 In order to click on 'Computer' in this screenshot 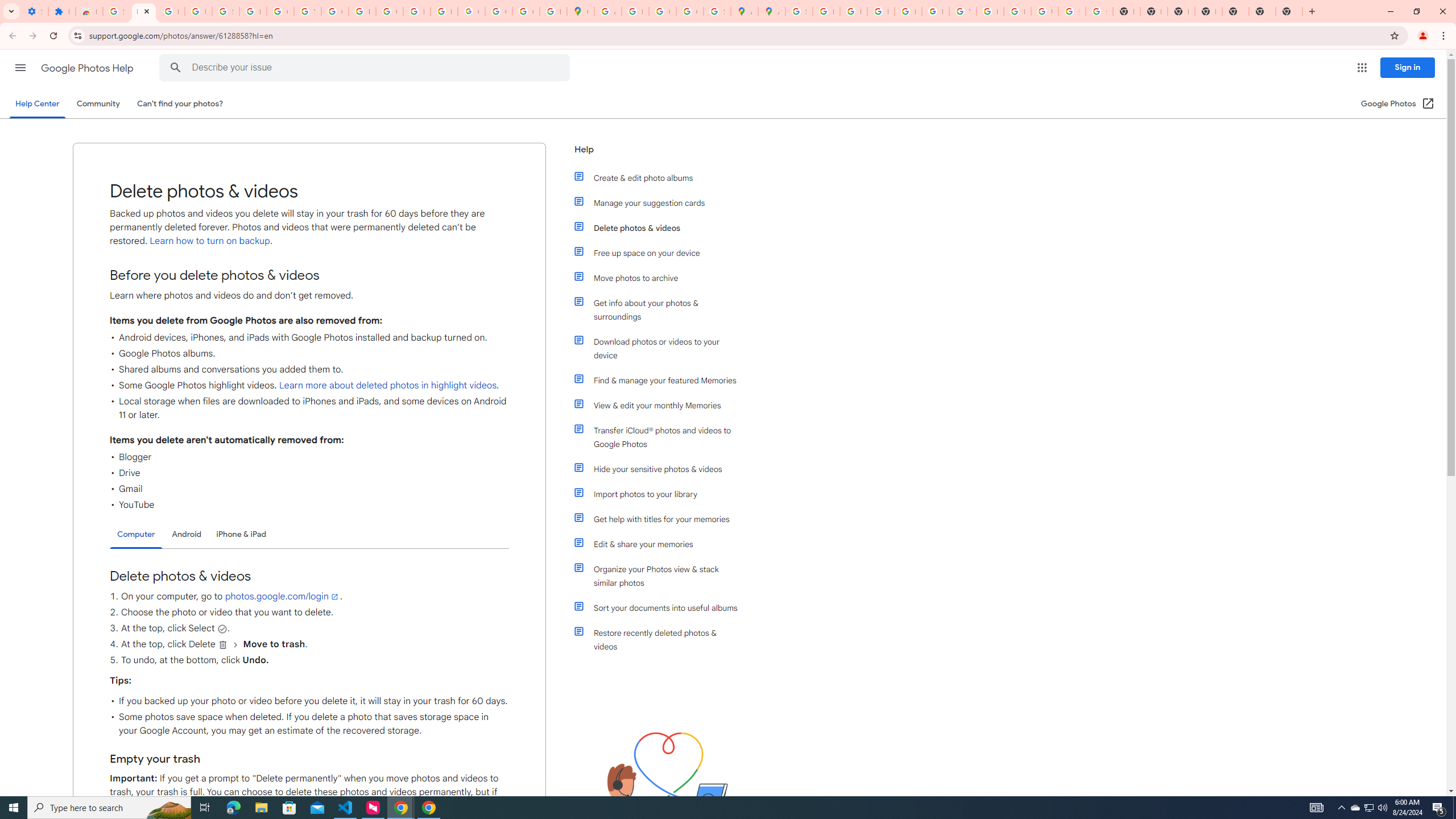, I will do `click(136, 534)`.